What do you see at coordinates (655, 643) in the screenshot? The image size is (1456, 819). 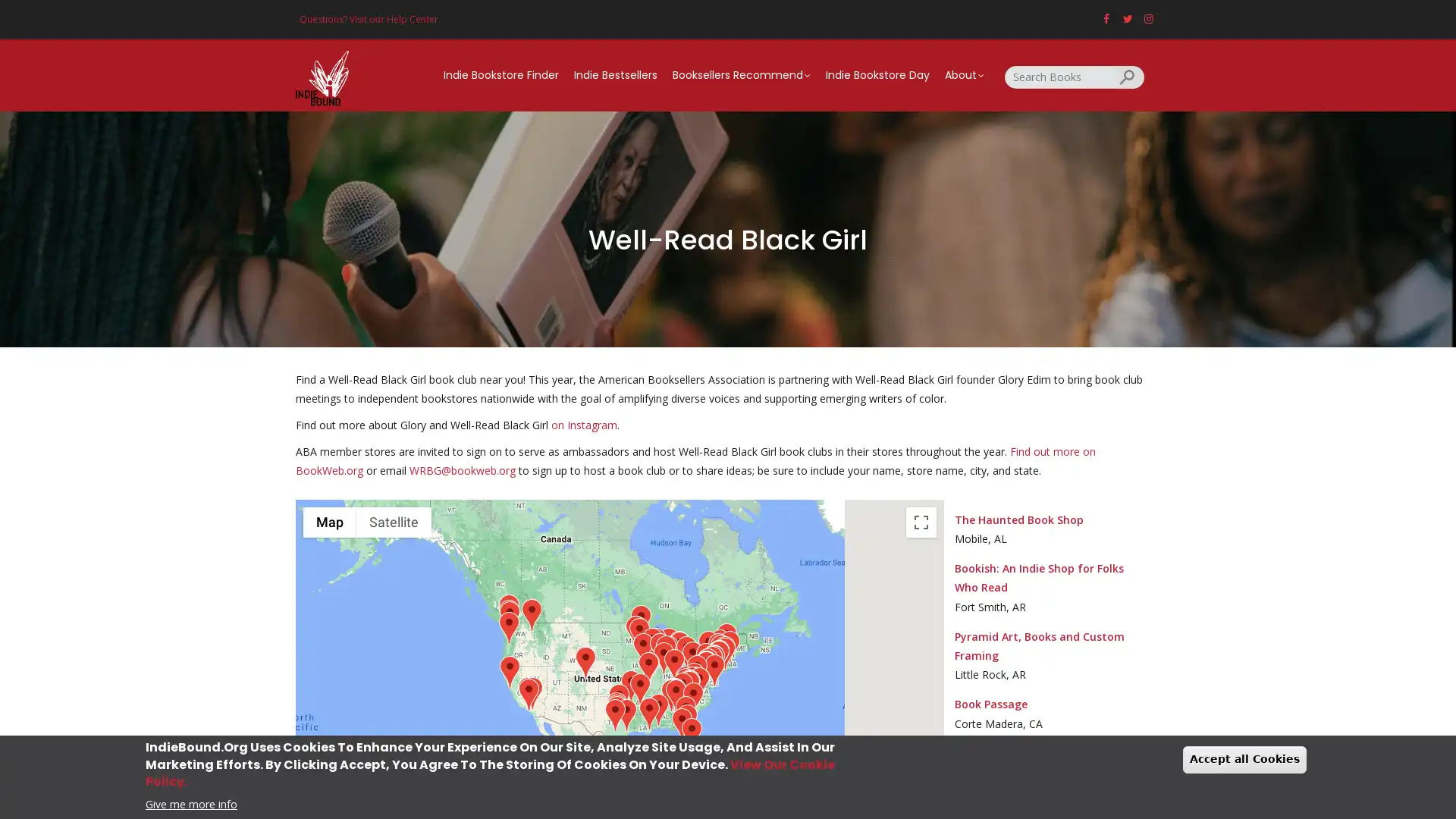 I see `River Dog Book Co.` at bounding box center [655, 643].